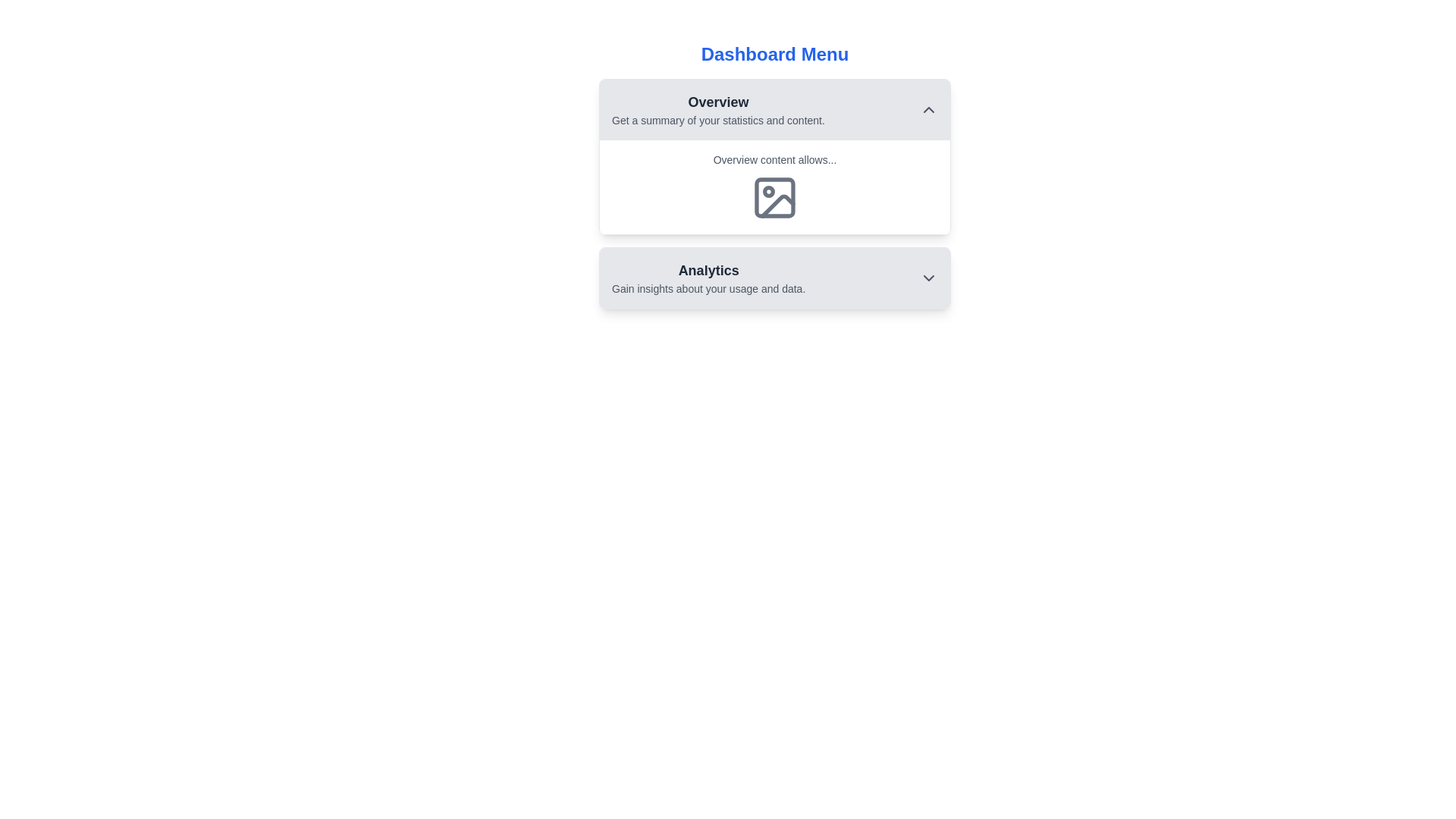 This screenshot has height=819, width=1456. Describe the element at coordinates (717, 102) in the screenshot. I see `the Text label that serves as a title or heading for the 'Overview' section, which provides a summary of the user's statistics and content` at that location.